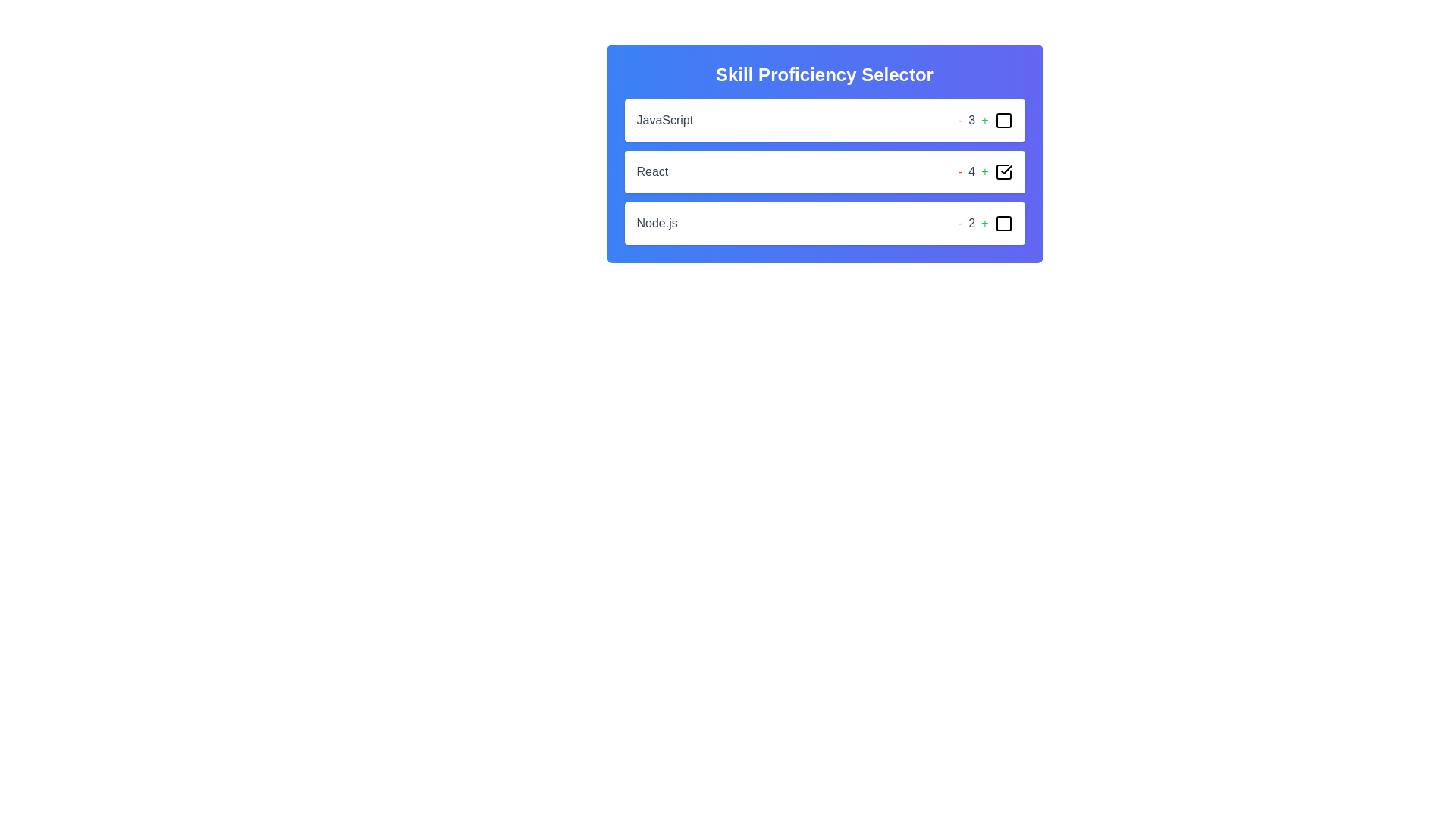  I want to click on the '-' button next to the skill 'JavaScript' to decrease its level, so click(959, 119).